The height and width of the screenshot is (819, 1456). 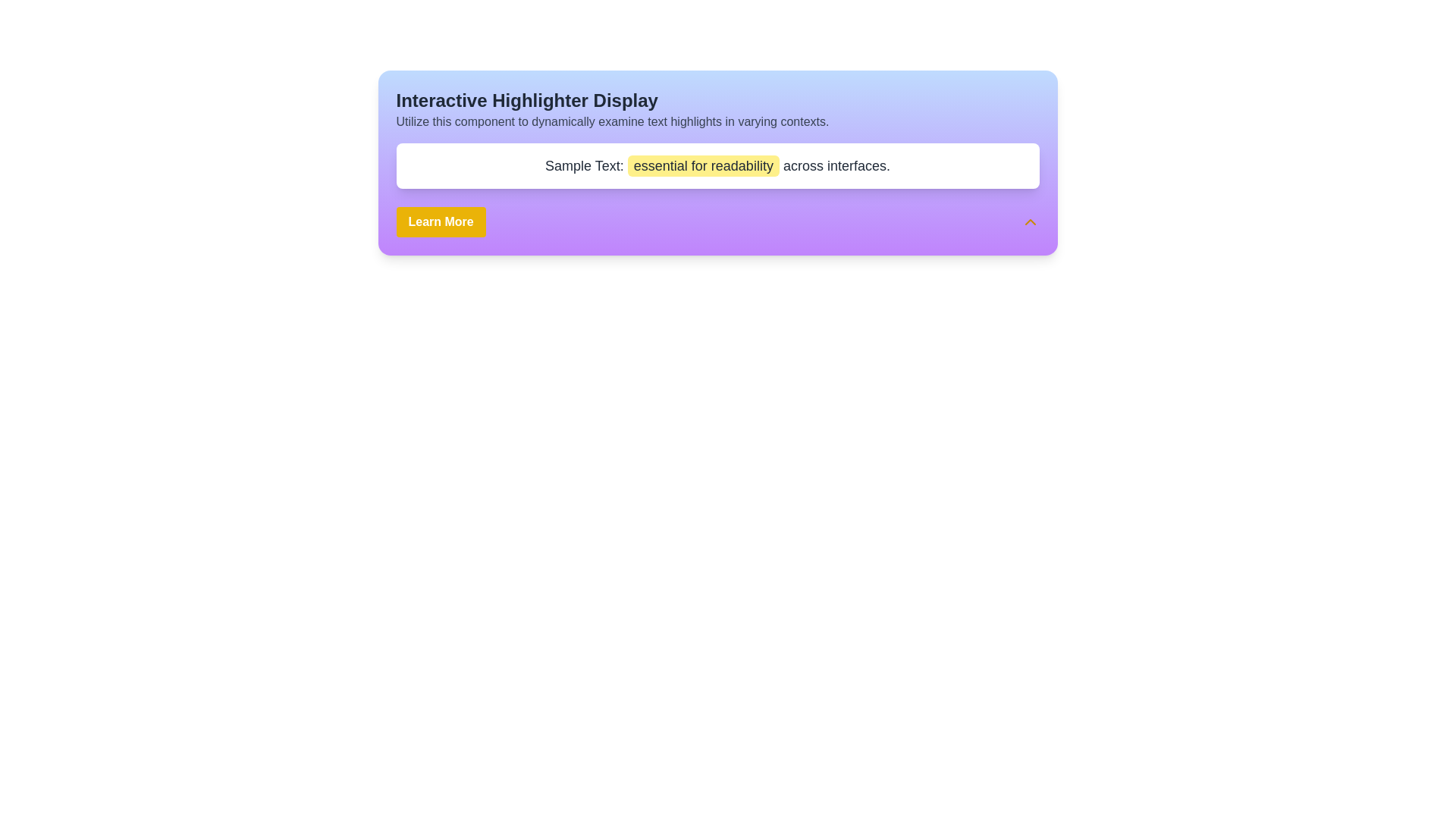 What do you see at coordinates (717, 121) in the screenshot?
I see `the explanatory text located directly below the title 'Interactive Highlighter Display', which provides context for the interface` at bounding box center [717, 121].